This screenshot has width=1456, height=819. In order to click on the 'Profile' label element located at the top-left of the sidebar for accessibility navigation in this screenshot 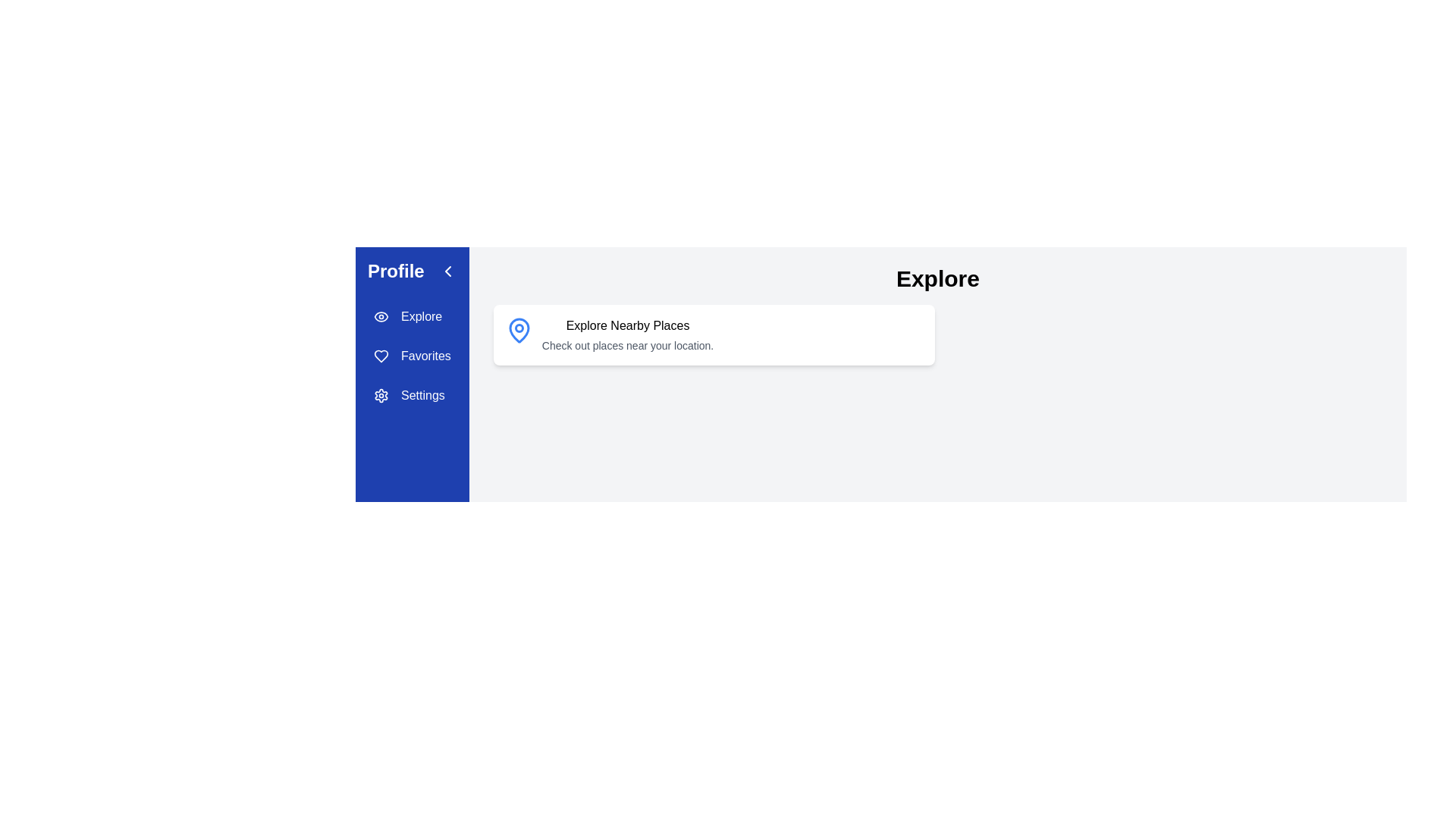, I will do `click(412, 271)`.